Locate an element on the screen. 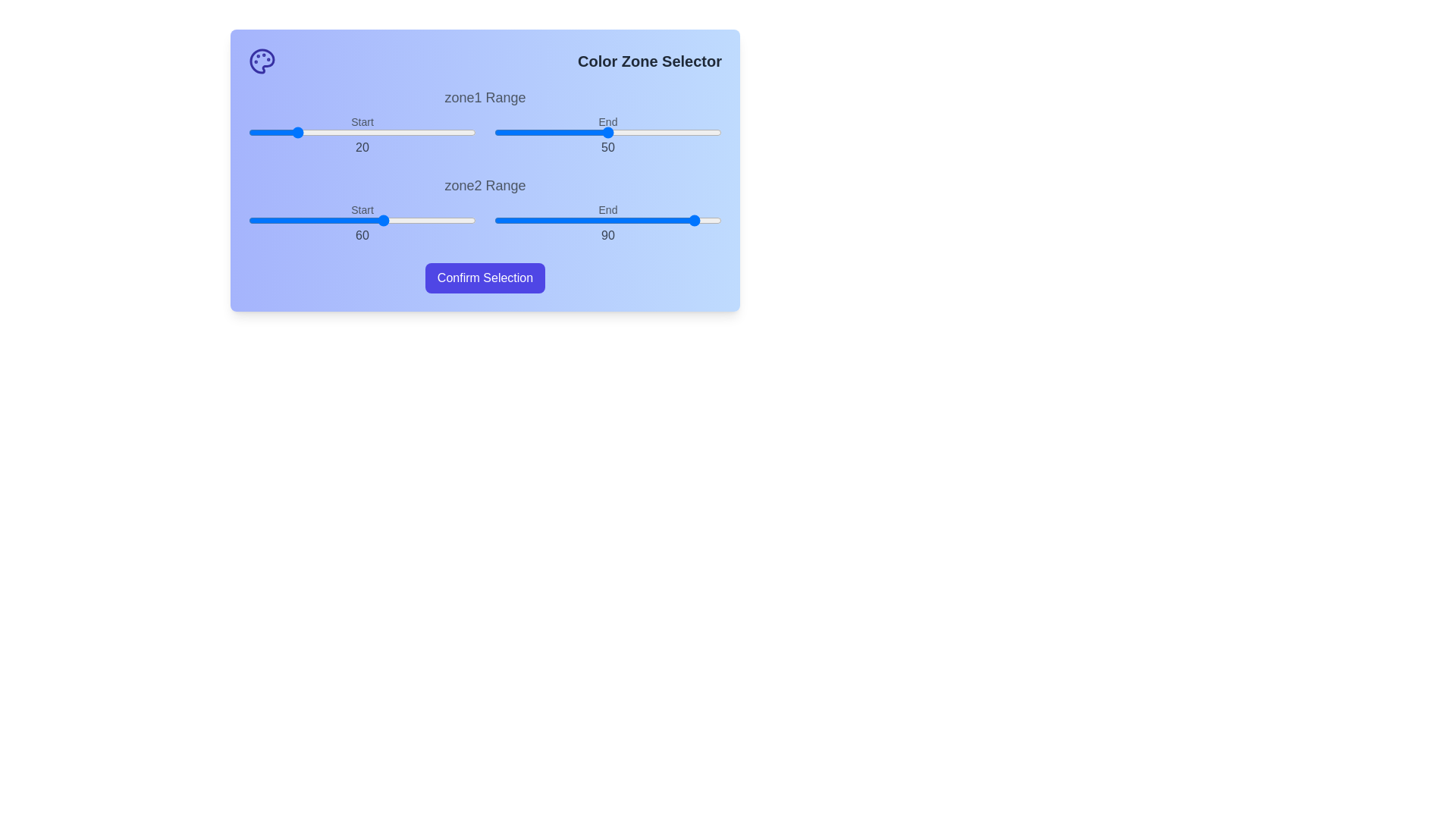 This screenshot has width=1456, height=819. the end range slider for zone1 to 51 is located at coordinates (610, 131).